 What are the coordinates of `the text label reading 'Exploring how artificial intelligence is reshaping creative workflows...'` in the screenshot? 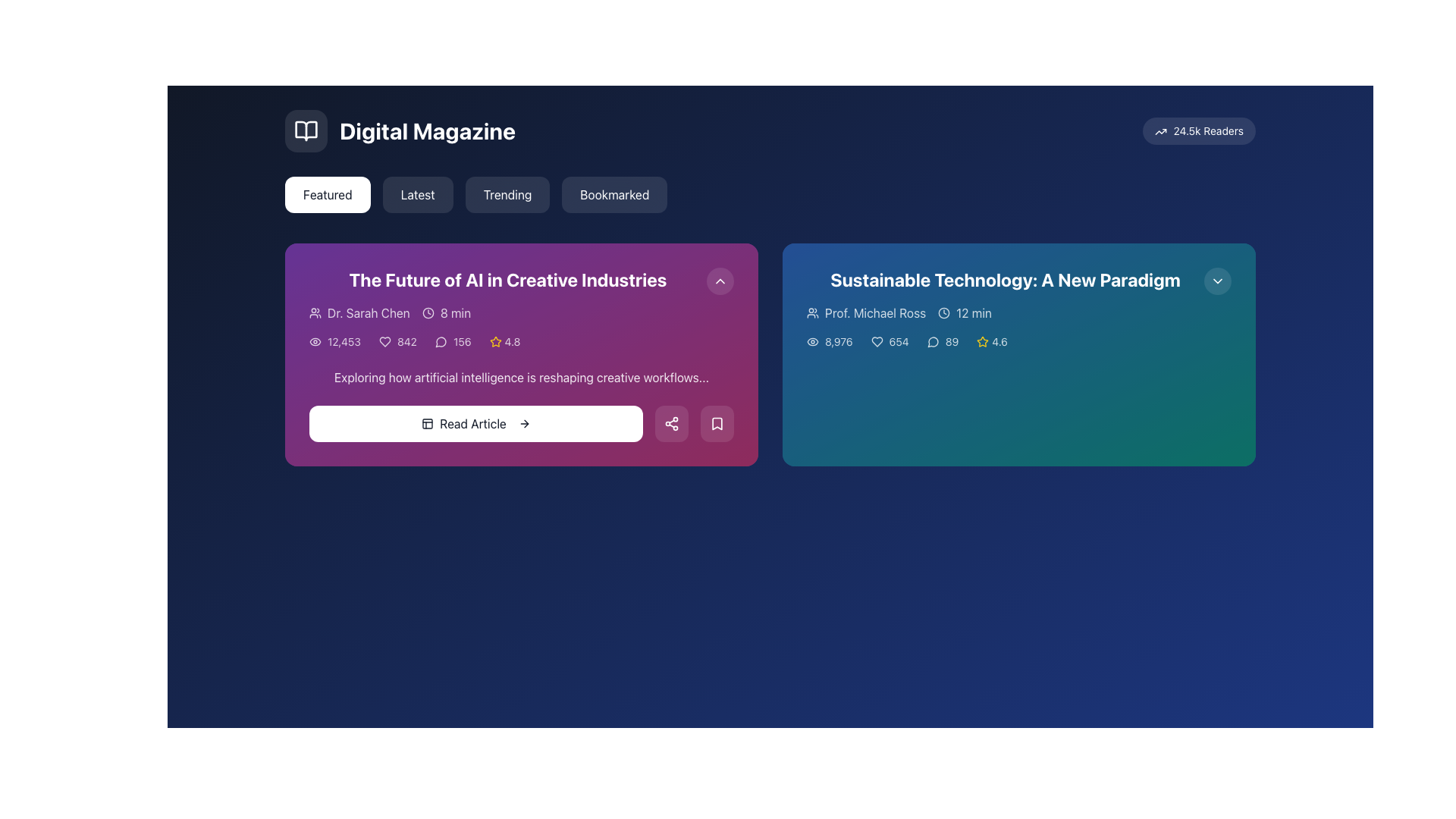 It's located at (521, 376).